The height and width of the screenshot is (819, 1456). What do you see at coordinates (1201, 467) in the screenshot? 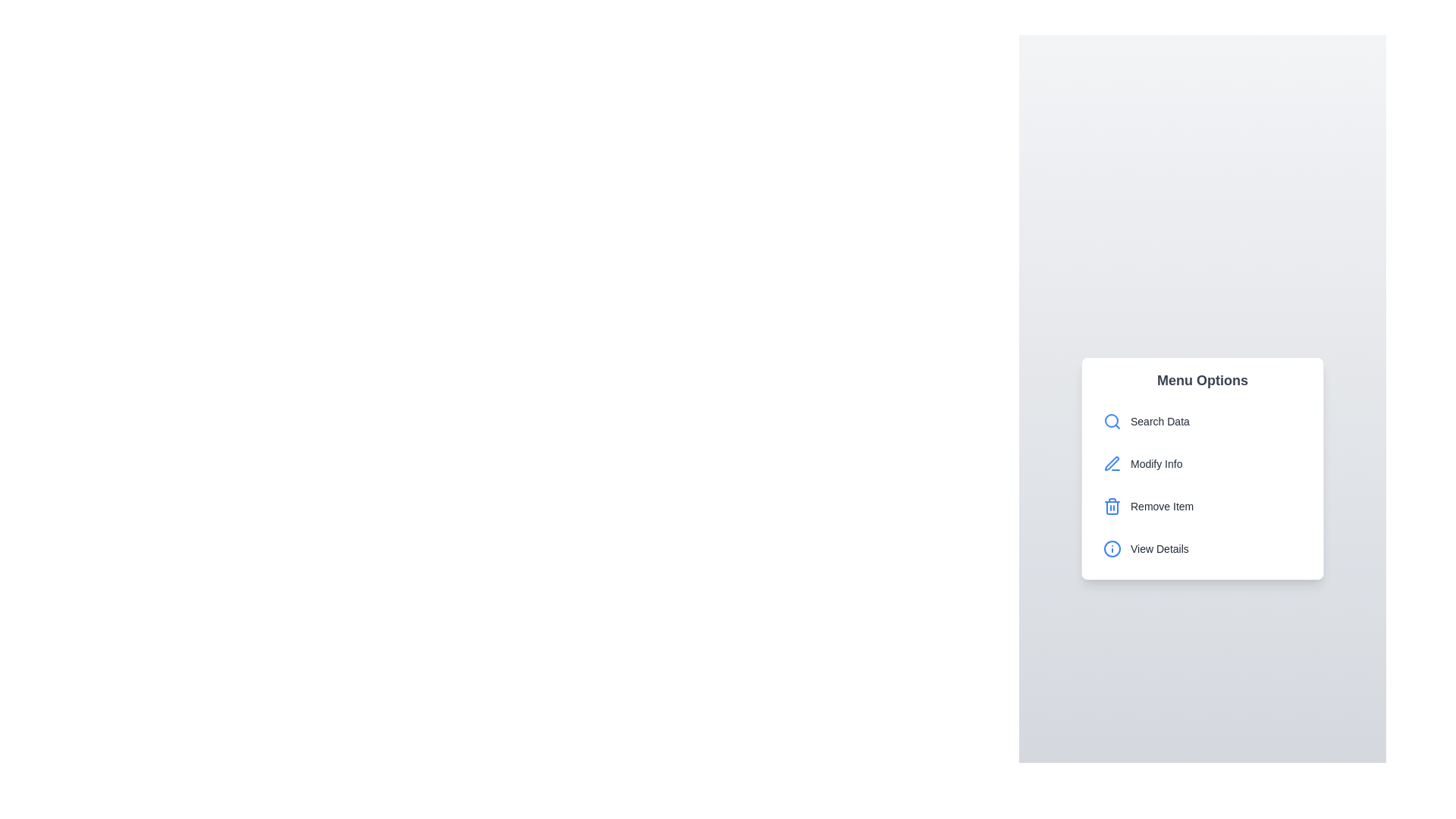
I see `the Options Menu, which provides a list of actions such as searching, modifying, removing, or viewing details` at bounding box center [1201, 467].